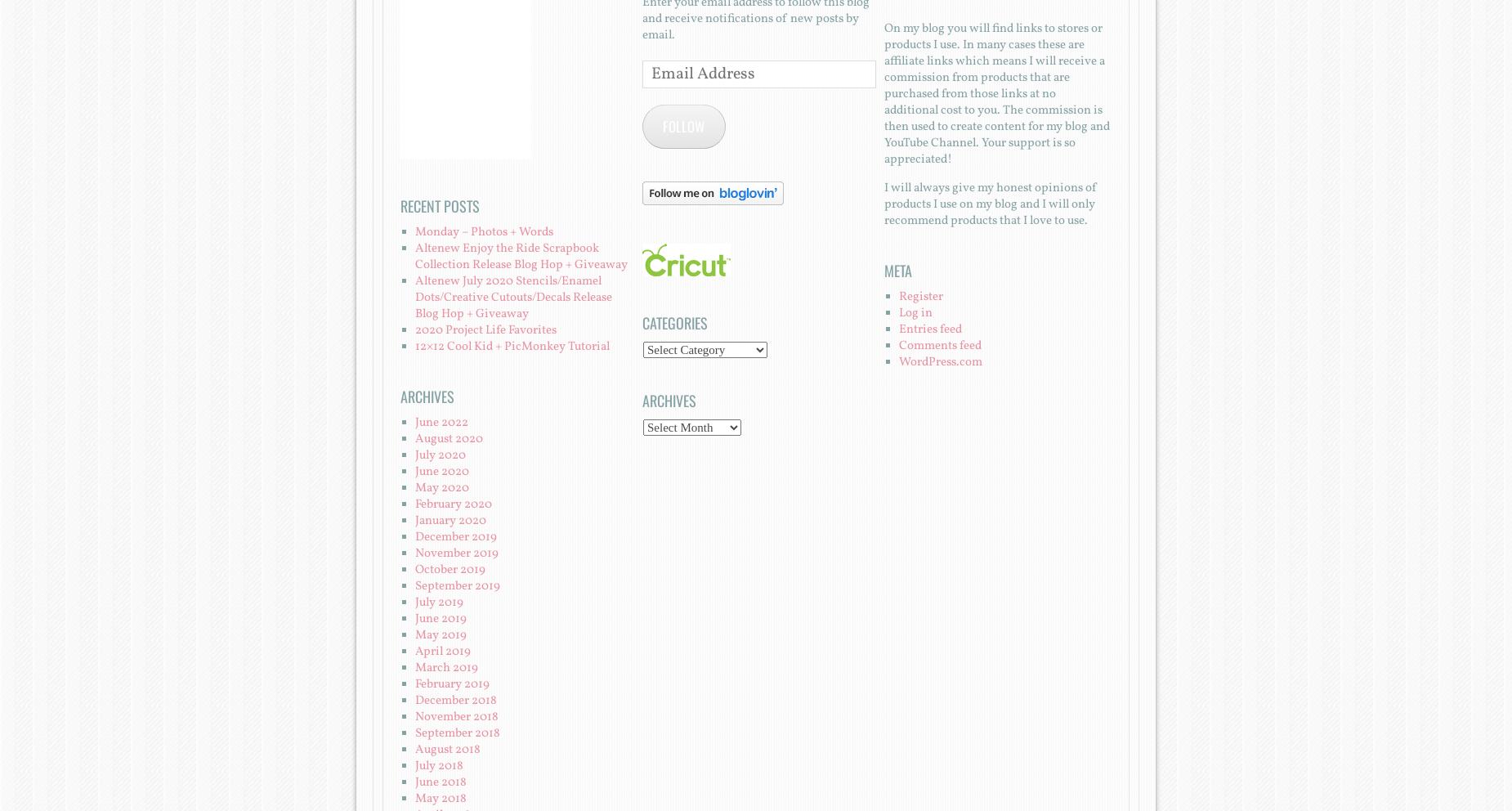  I want to click on 'On my blog you will find links to stores or products I use. In many cases these are affiliate links which means I will receive a commission from products that are purchased from those links at no additional cost to you. The commission is then used to create content for my blog and YouTube Channel. Your support is so appreciated!', so click(995, 92).